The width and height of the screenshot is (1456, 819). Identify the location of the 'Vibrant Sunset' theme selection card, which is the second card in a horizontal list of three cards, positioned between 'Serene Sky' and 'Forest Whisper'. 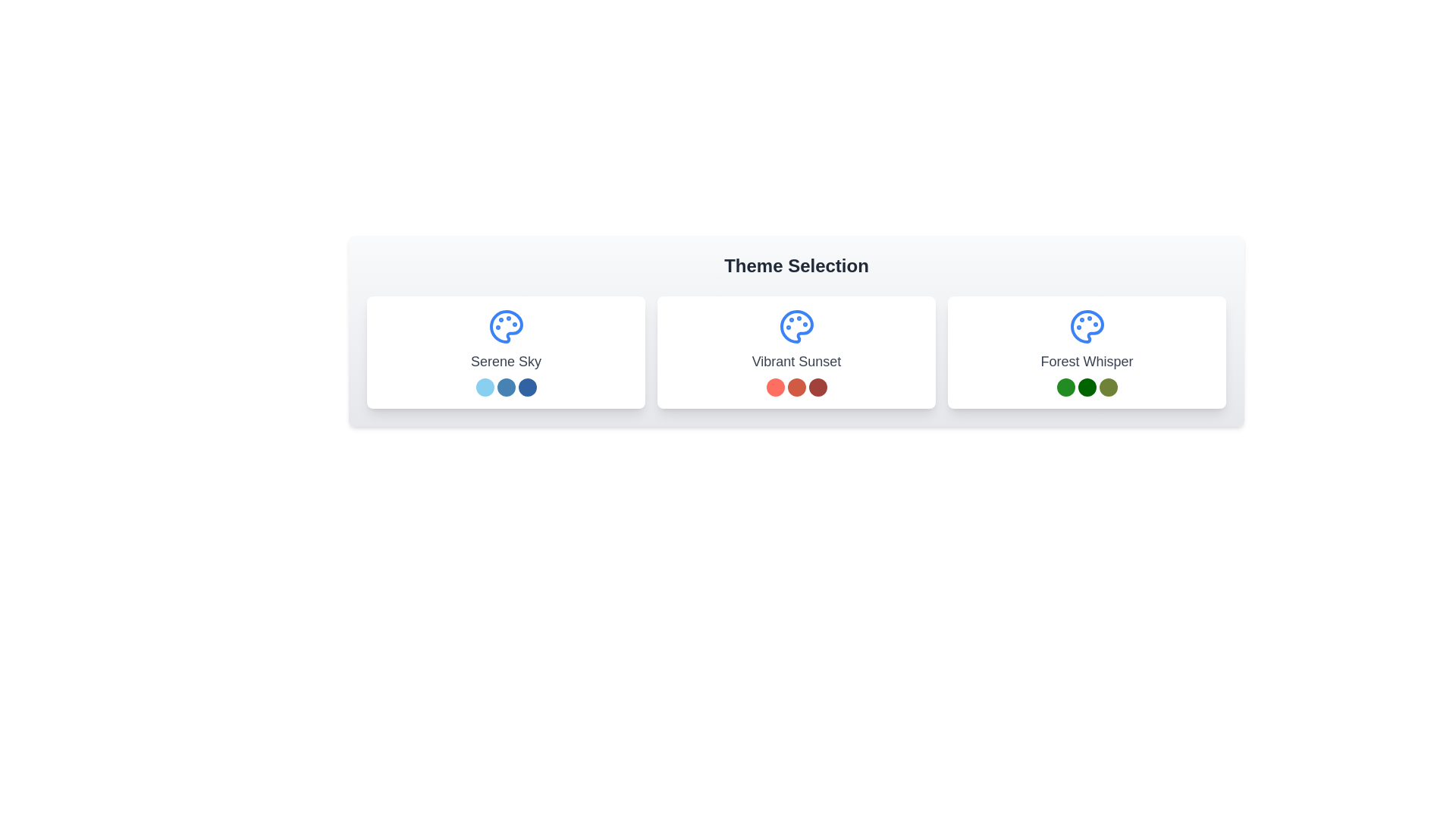
(795, 353).